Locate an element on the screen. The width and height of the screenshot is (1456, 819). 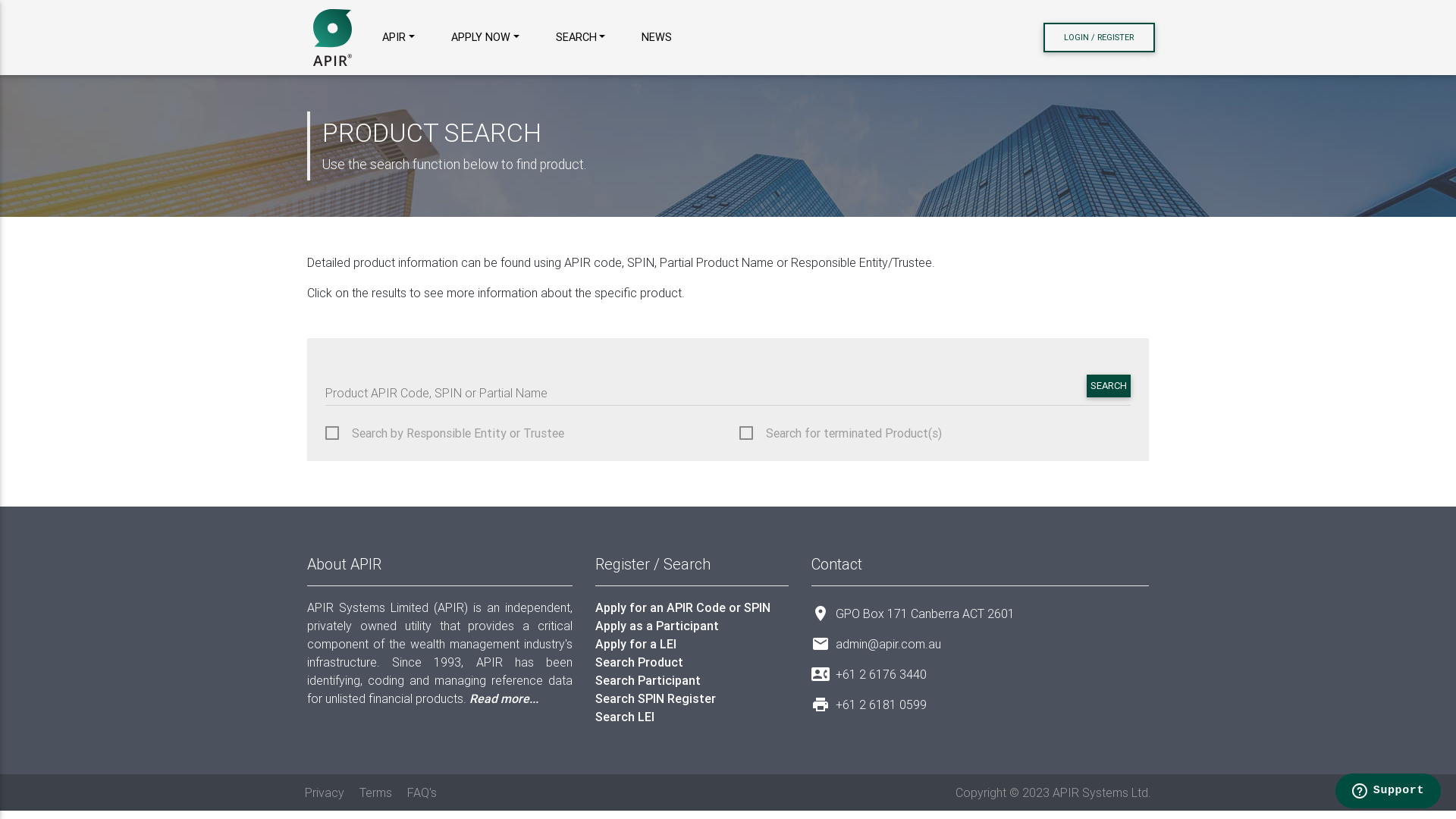
'FAQ's' is located at coordinates (422, 792).